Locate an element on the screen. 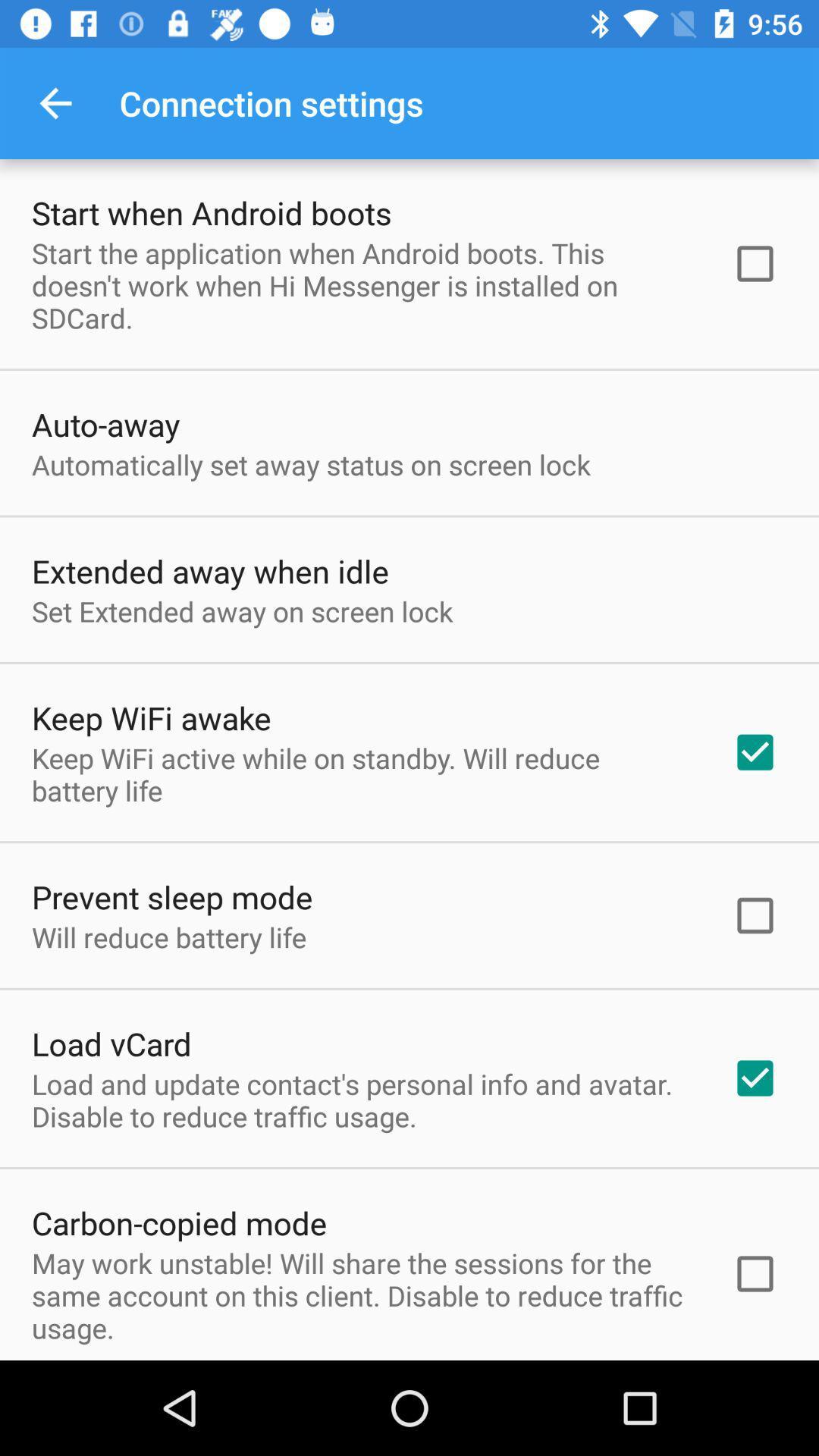 This screenshot has height=1456, width=819. item above start when android item is located at coordinates (55, 102).